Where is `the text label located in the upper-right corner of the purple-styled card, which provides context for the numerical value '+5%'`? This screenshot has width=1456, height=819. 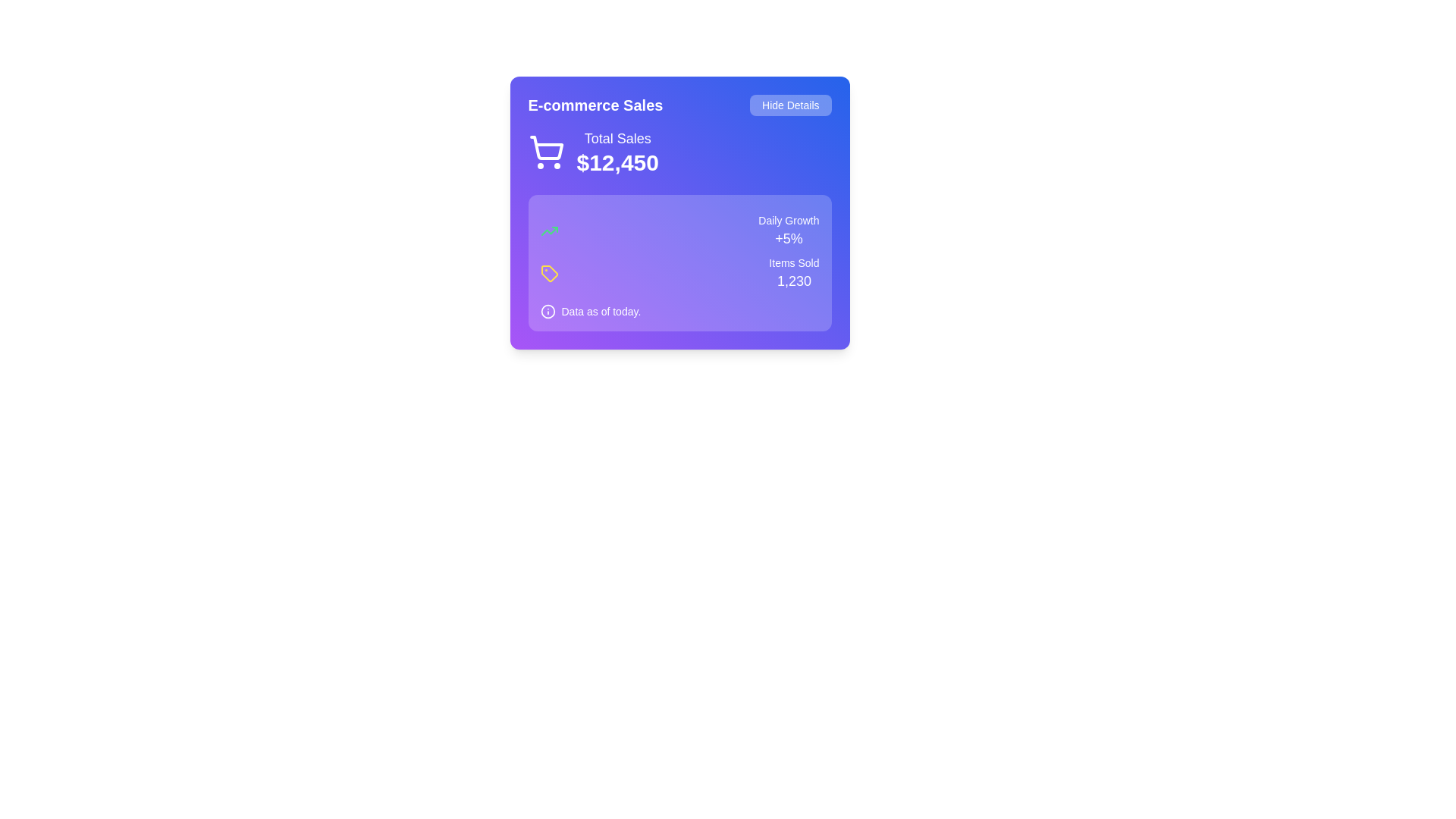 the text label located in the upper-right corner of the purple-styled card, which provides context for the numerical value '+5%' is located at coordinates (789, 220).